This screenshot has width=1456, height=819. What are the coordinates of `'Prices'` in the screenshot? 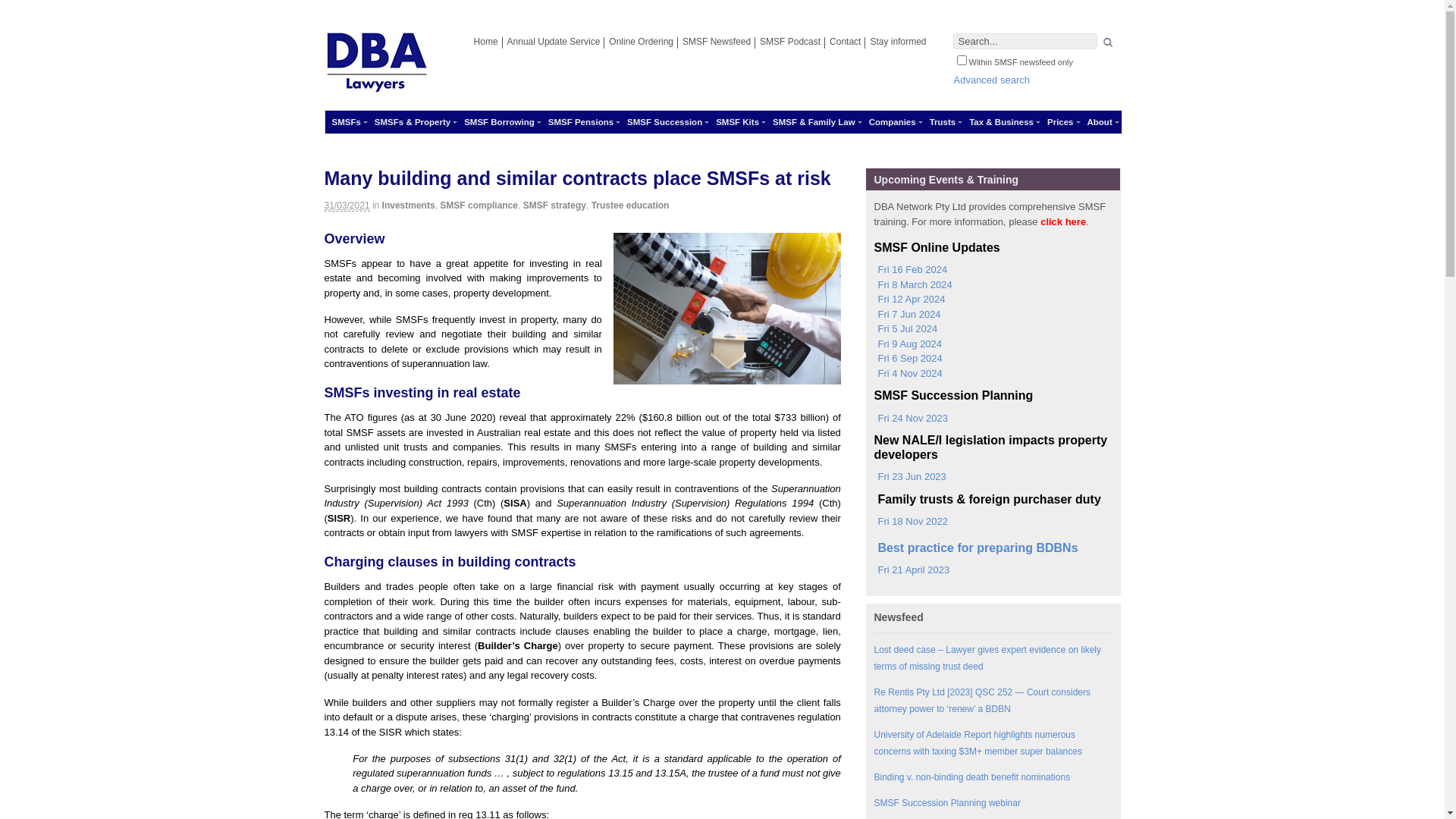 It's located at (1059, 121).